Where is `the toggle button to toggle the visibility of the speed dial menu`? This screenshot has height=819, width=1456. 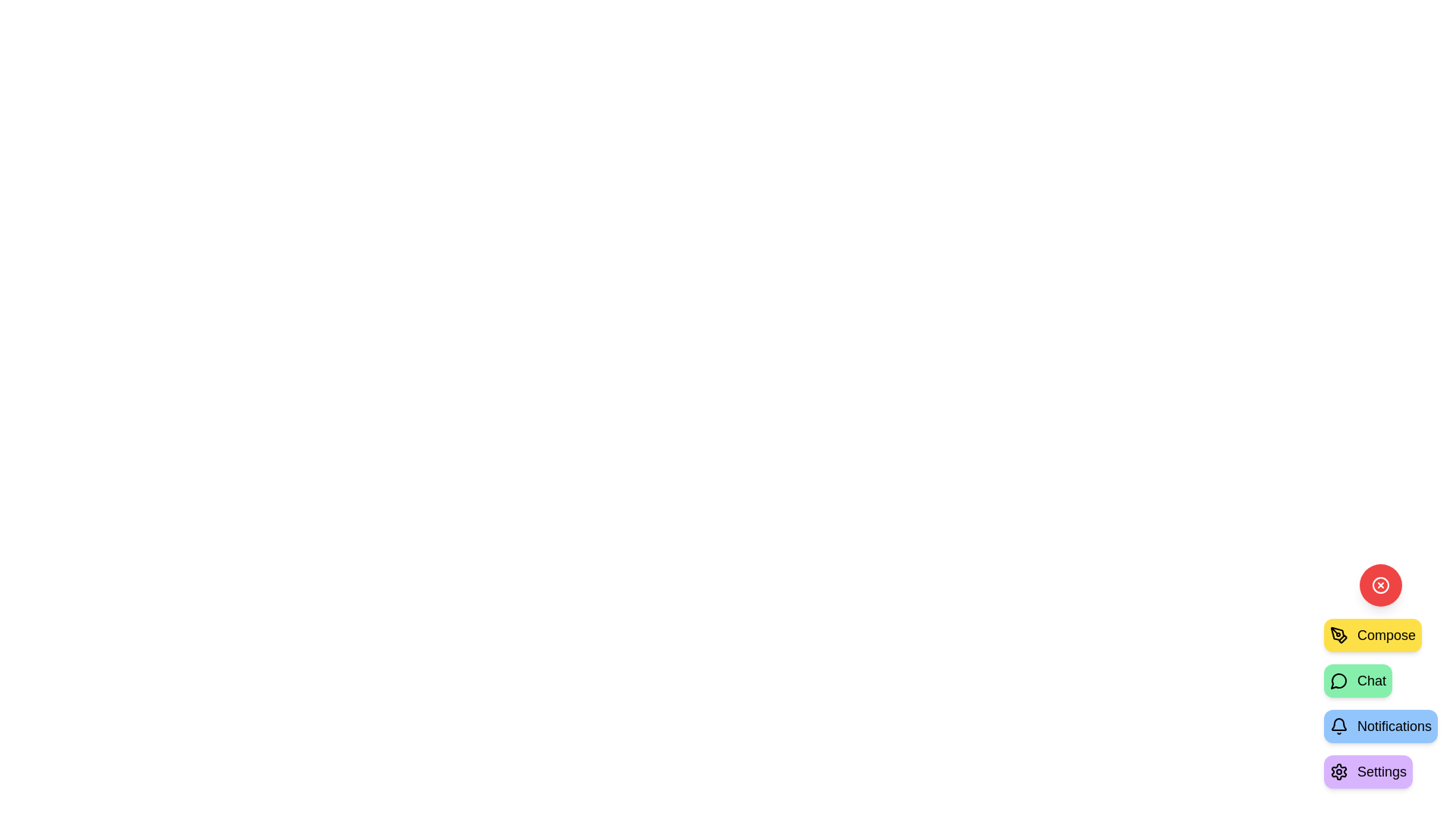 the toggle button to toggle the visibility of the speed dial menu is located at coordinates (1379, 584).